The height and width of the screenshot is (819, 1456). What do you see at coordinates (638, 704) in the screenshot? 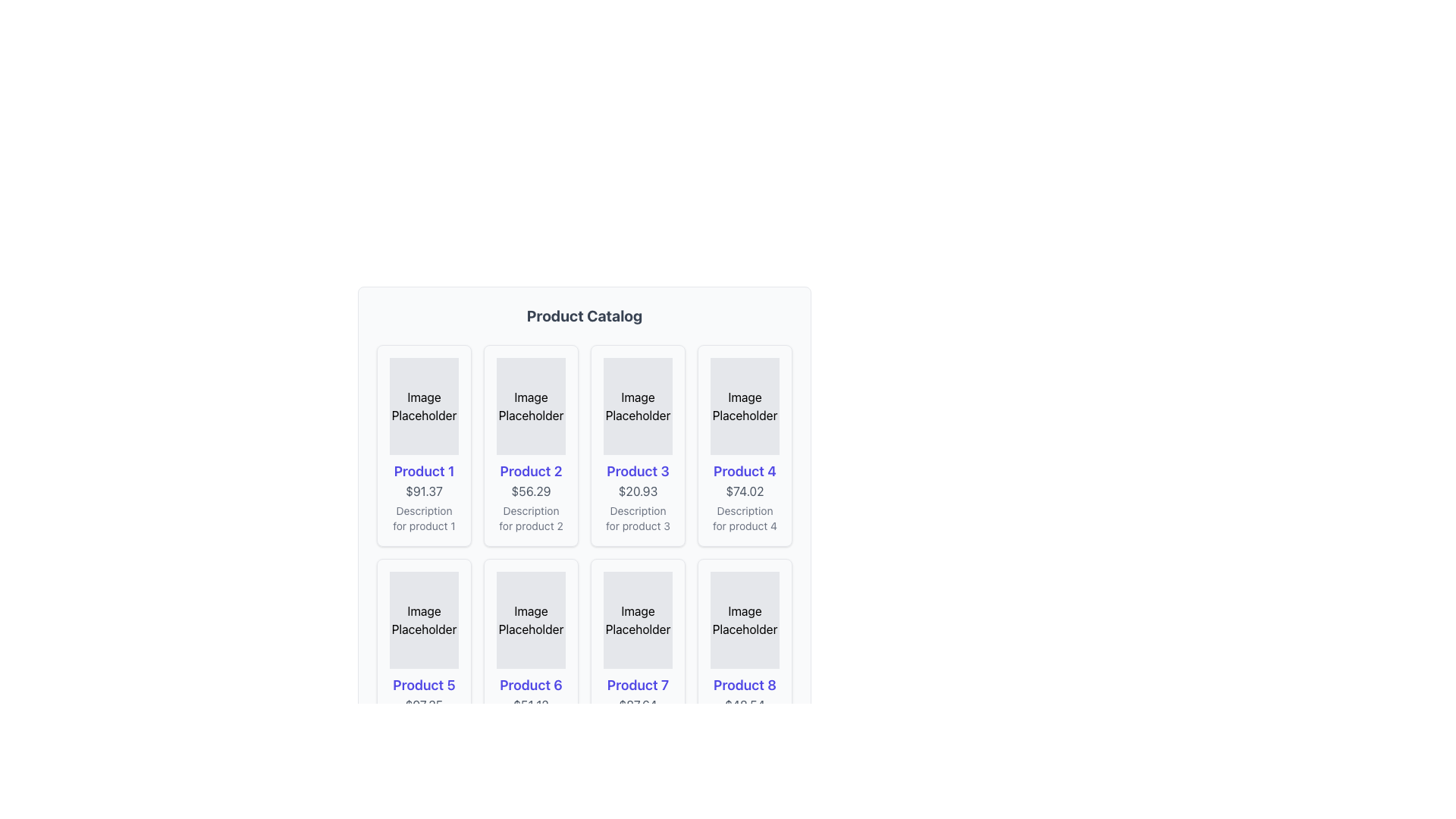
I see `the price information text label located below the product title 'Product 7' in the product card` at bounding box center [638, 704].